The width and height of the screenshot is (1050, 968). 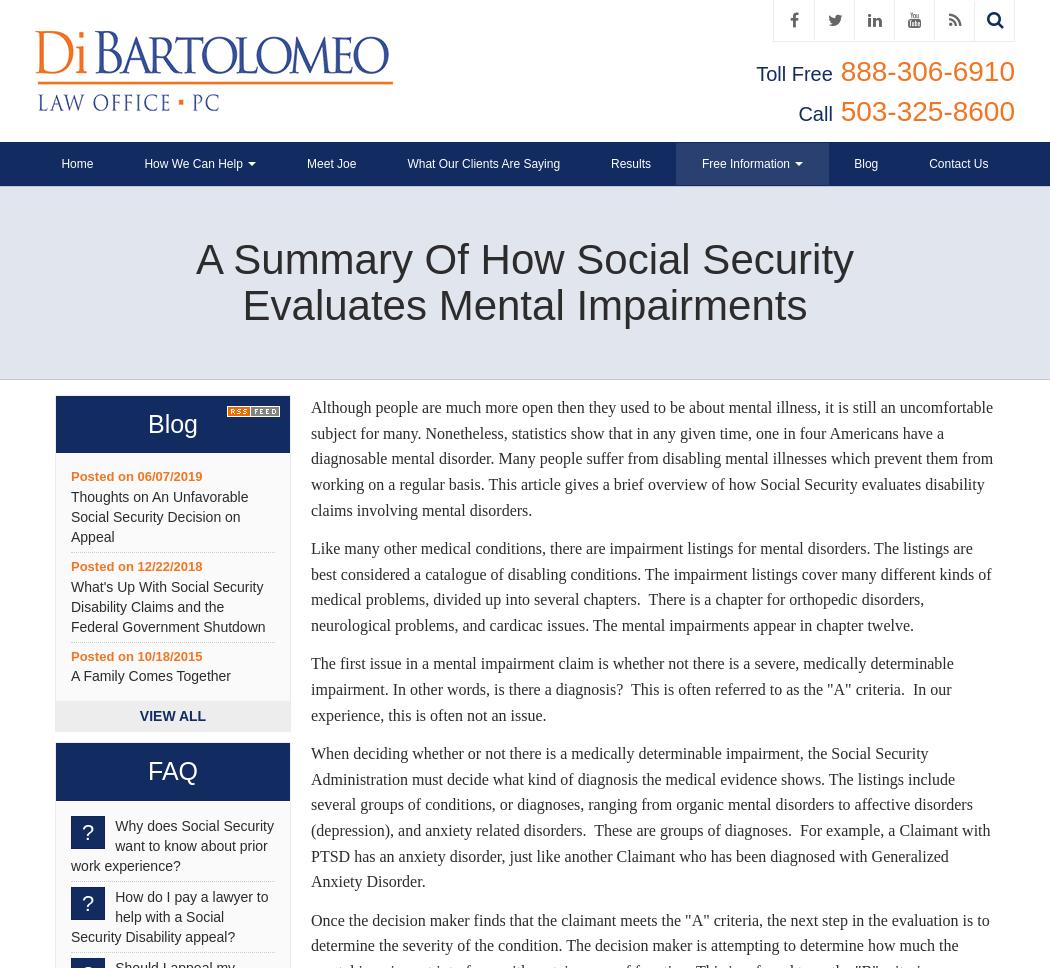 What do you see at coordinates (745, 163) in the screenshot?
I see `'Free Information'` at bounding box center [745, 163].